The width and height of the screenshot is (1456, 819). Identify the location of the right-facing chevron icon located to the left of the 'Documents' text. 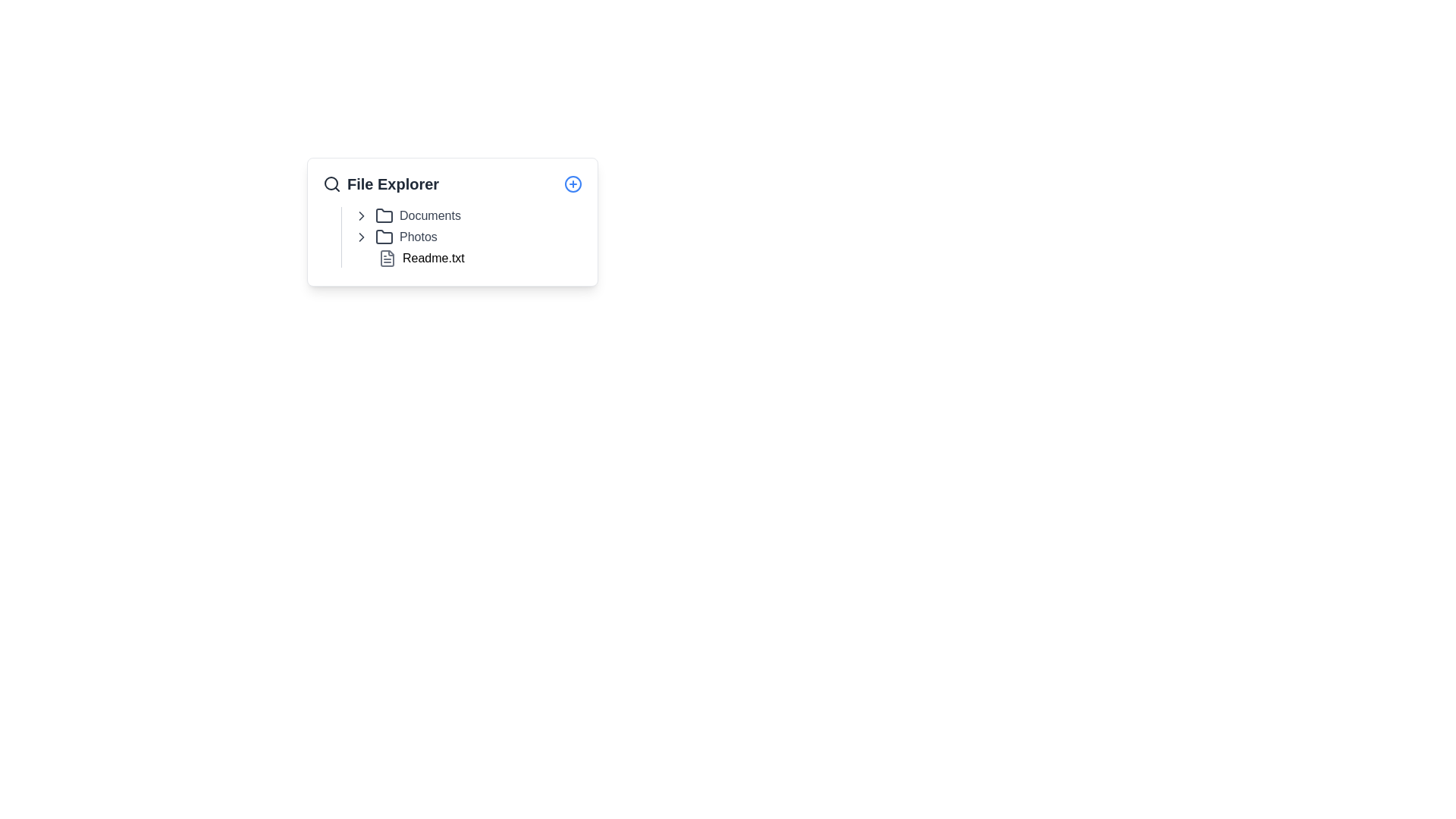
(360, 216).